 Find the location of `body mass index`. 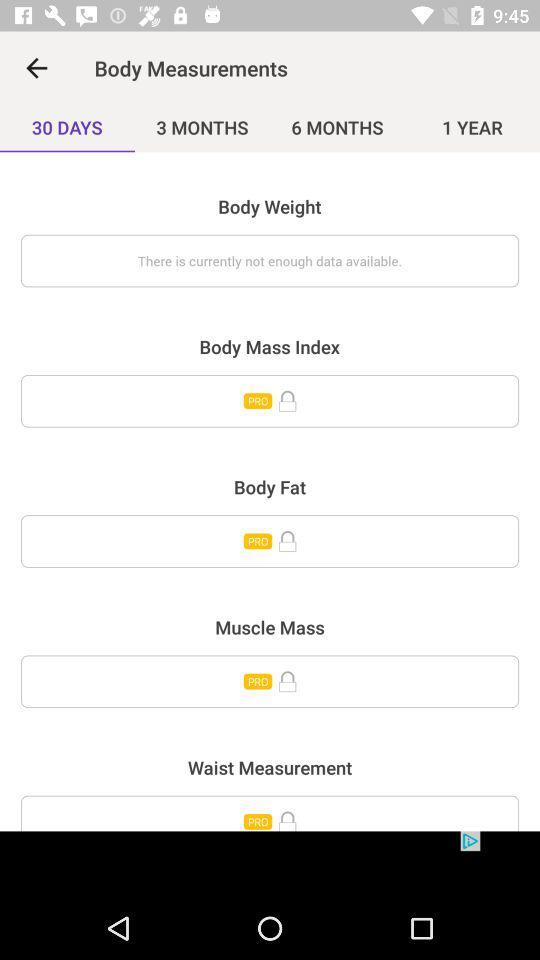

body mass index is located at coordinates (270, 400).